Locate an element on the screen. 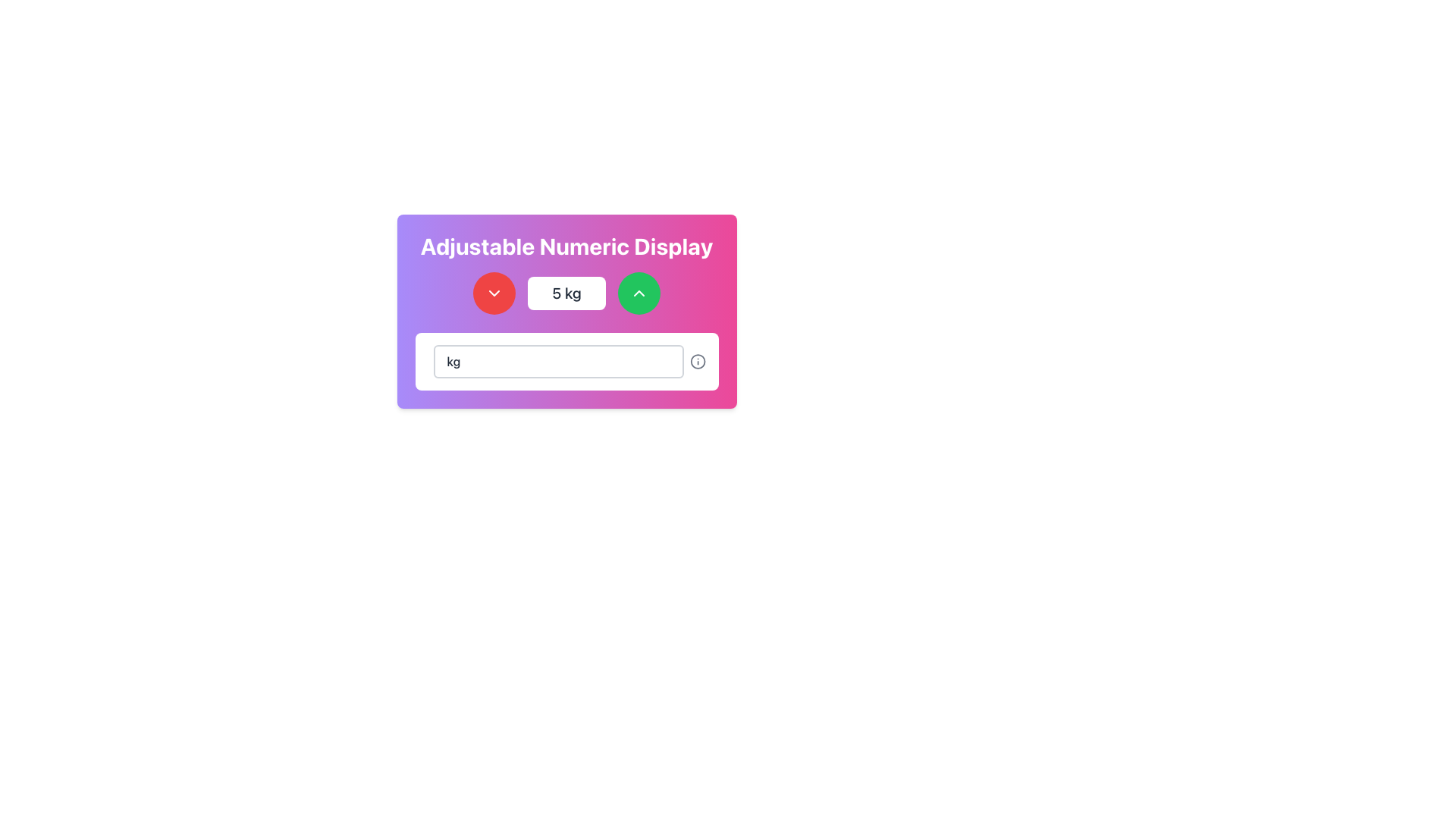 This screenshot has width=1456, height=819. the numeric display label that shows the current weight value in kilograms, located between the red downward chevron button and the green upward chevron button within the 'Adjustable Numeric Display' card is located at coordinates (566, 293).